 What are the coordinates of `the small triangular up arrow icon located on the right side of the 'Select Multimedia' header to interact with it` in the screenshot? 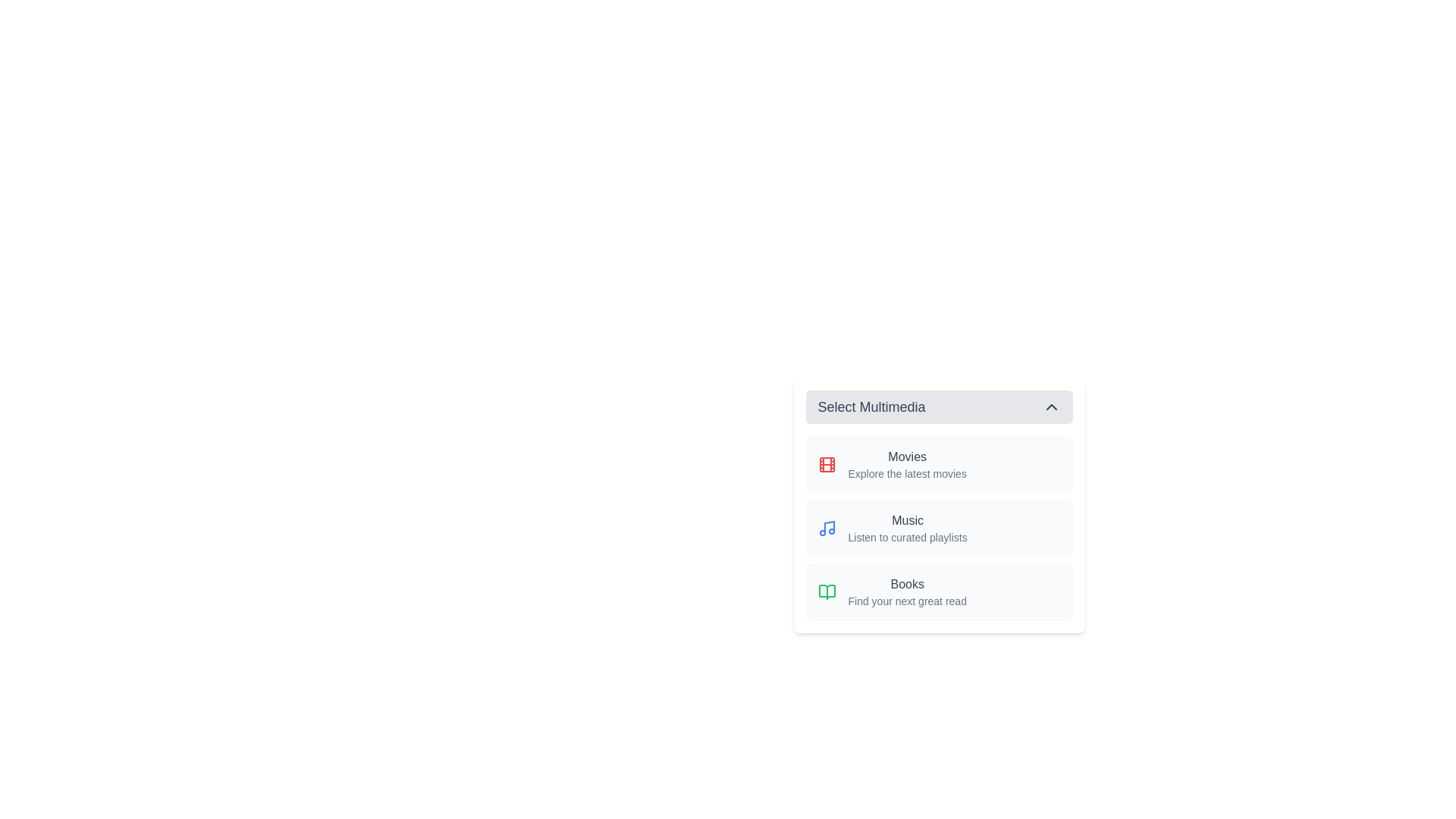 It's located at (1050, 406).